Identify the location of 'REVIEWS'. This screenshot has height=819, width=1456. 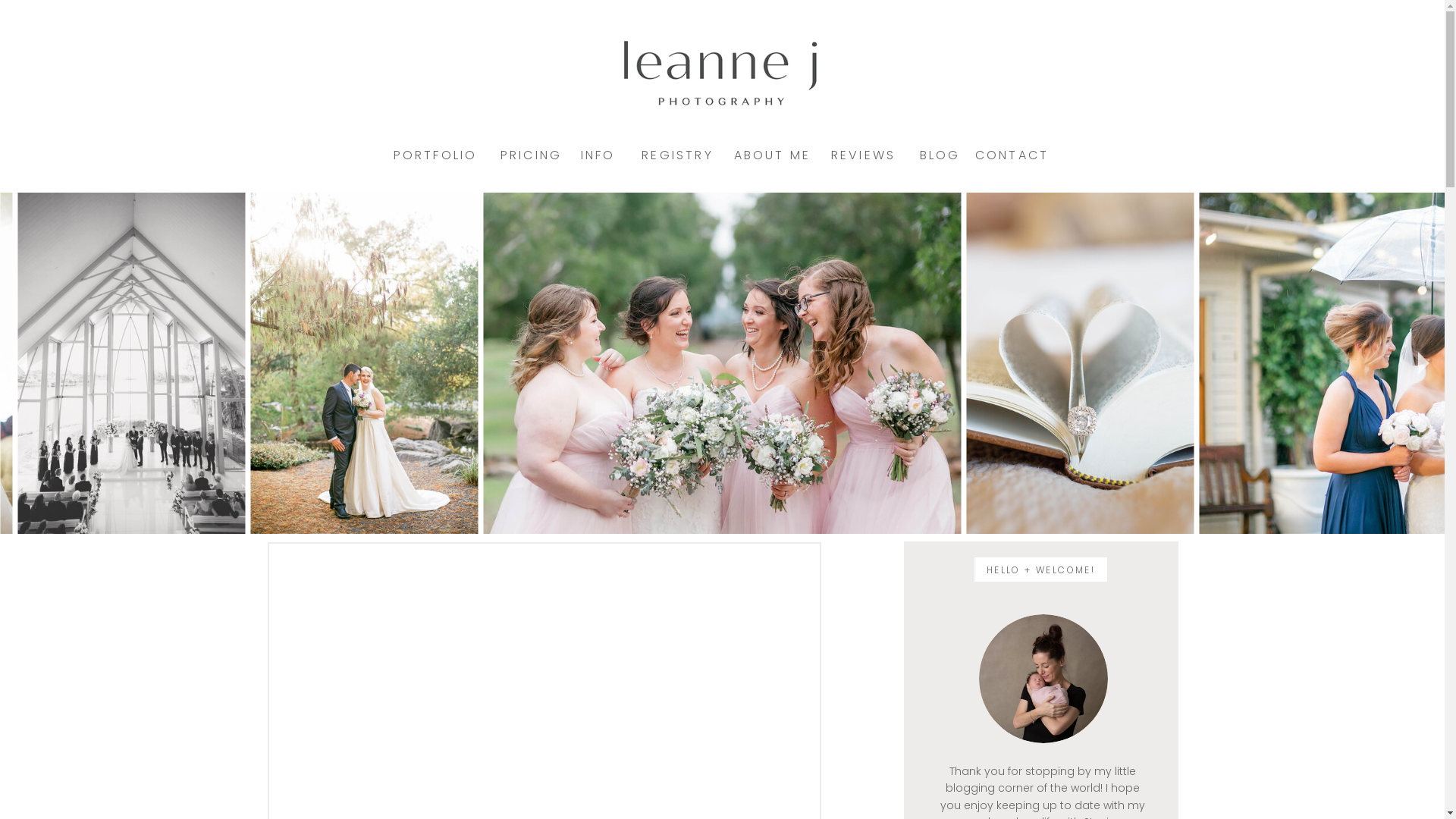
(862, 155).